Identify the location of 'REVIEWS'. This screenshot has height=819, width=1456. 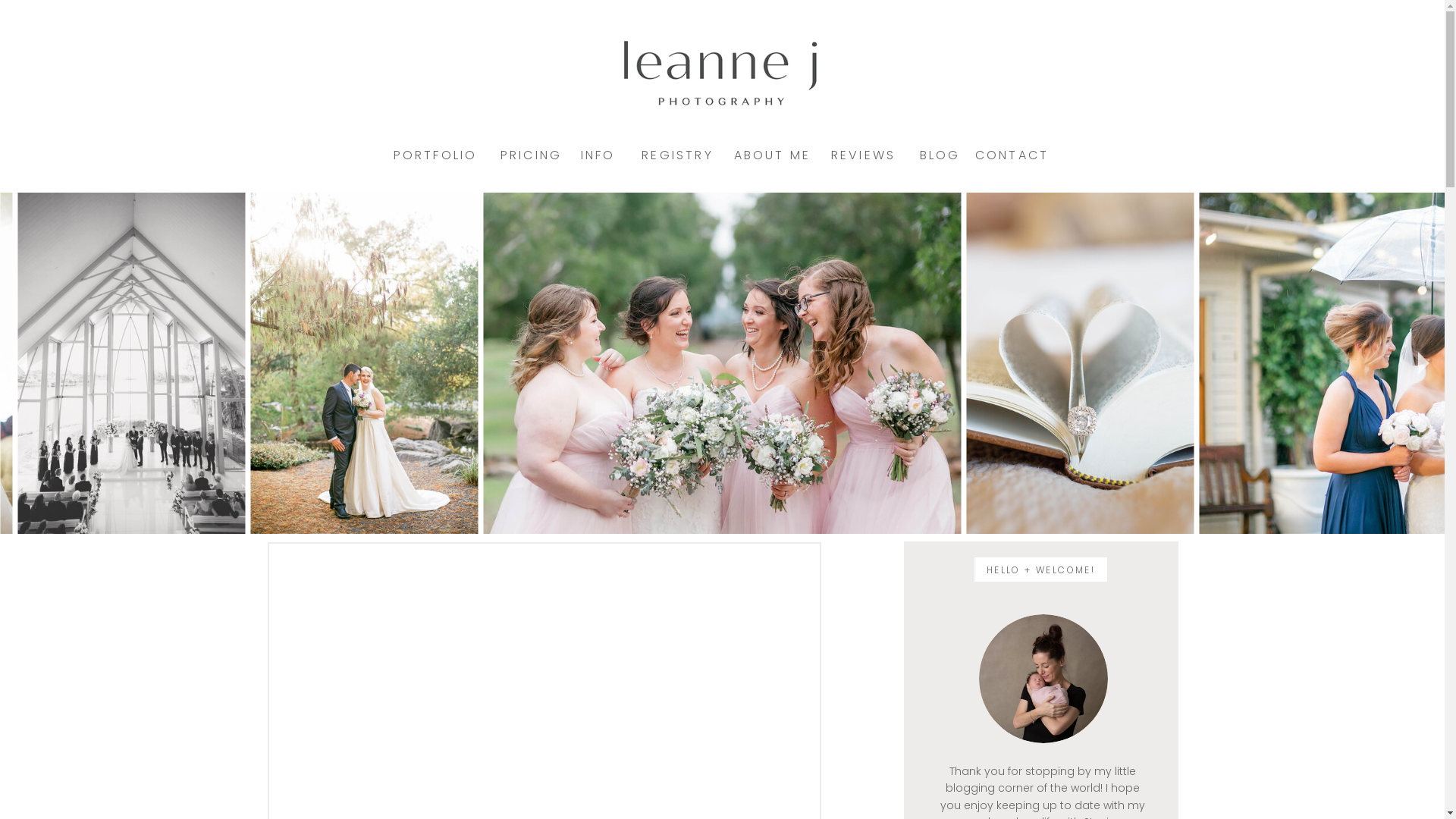
(862, 155).